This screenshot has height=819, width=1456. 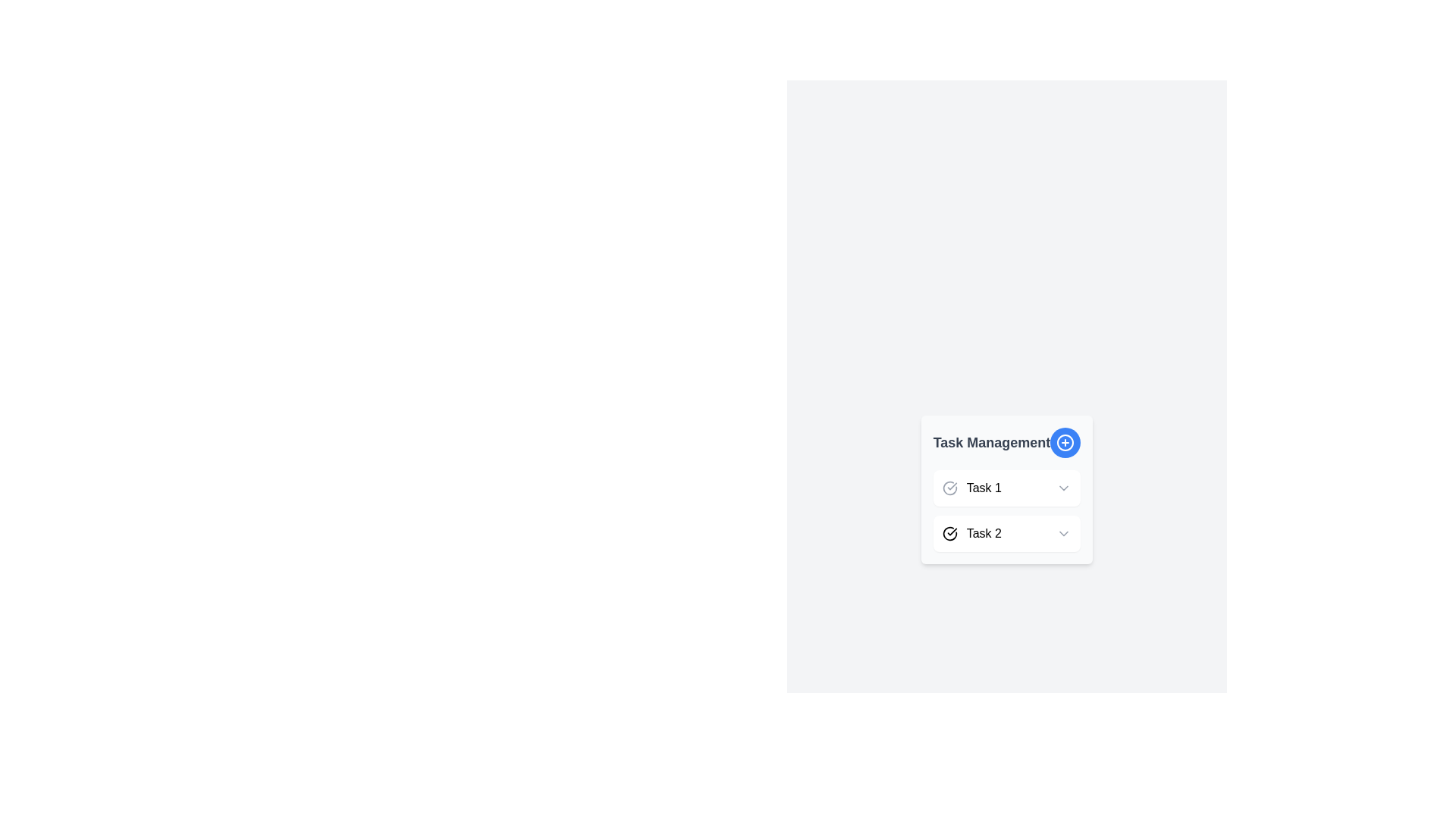 I want to click on the action button located in the 'Task Management' section, which is the second interactive element to the right of the text, so click(x=1065, y=442).